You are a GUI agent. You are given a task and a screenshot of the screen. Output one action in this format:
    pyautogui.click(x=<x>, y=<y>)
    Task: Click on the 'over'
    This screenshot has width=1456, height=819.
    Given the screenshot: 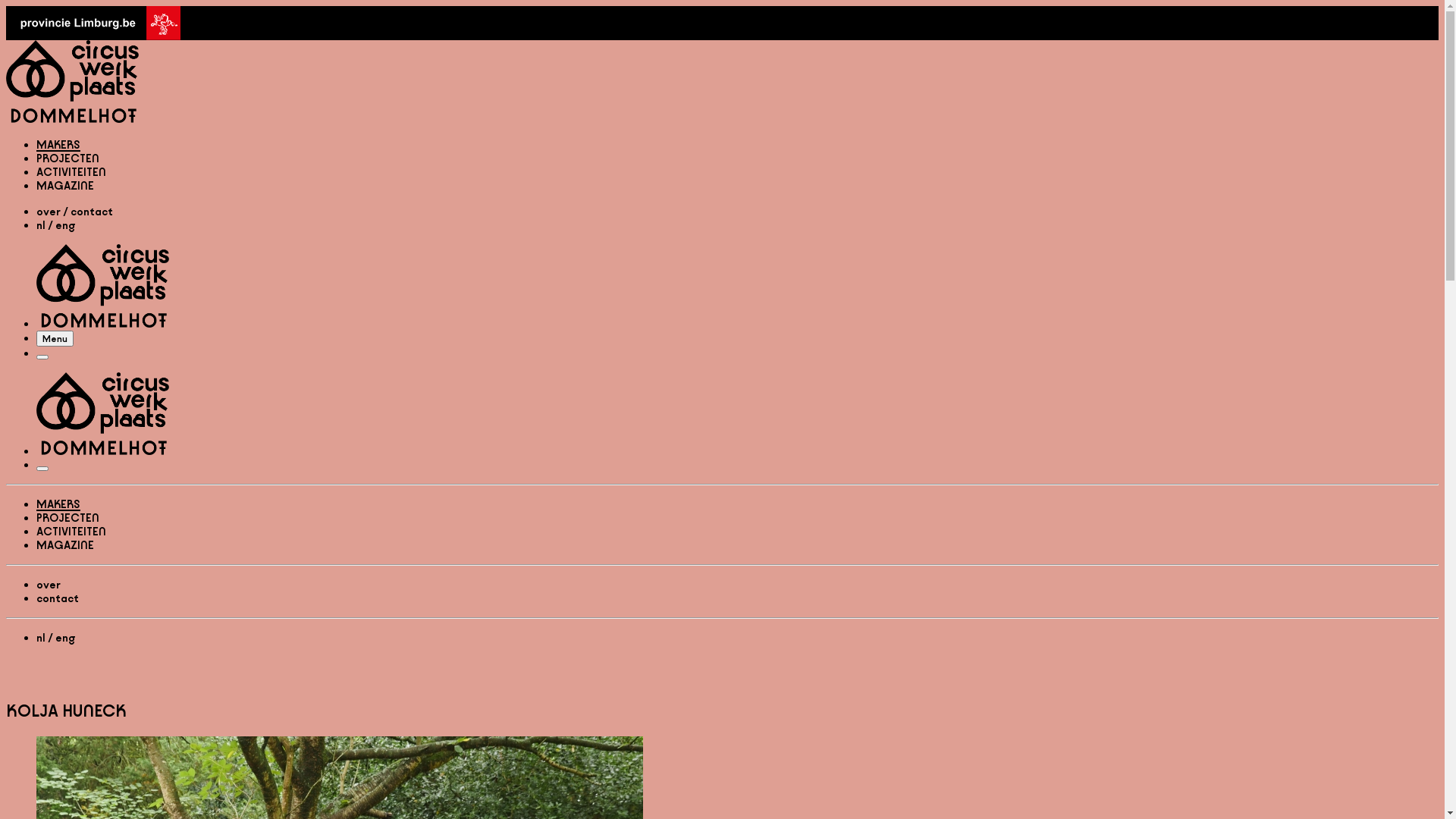 What is the action you would take?
    pyautogui.click(x=48, y=212)
    